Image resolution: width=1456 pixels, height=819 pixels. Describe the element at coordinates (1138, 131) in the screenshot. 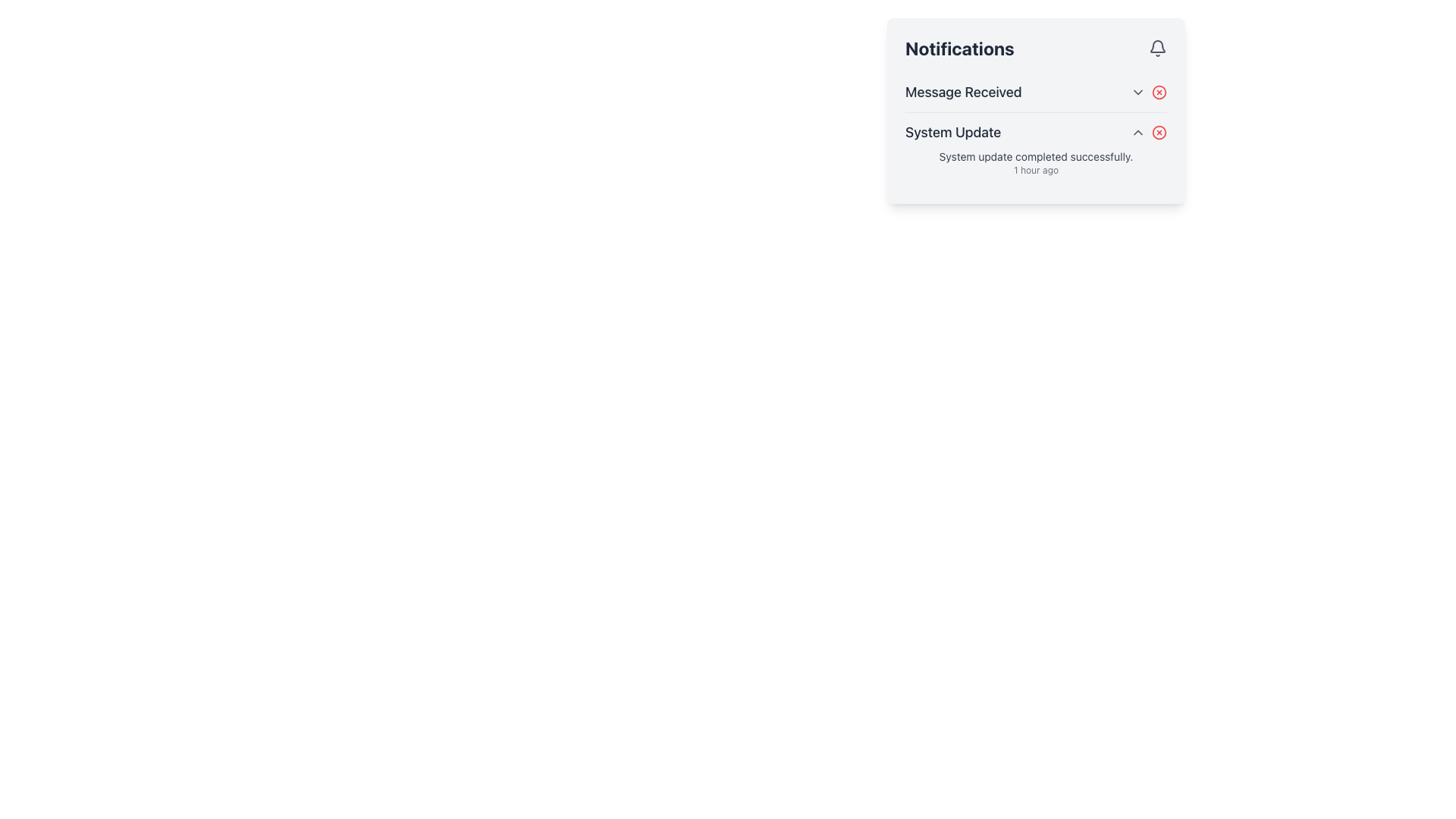

I see `the upward-pointing chevron icon button located in the right upper section of the 'System Update' notification card` at that location.